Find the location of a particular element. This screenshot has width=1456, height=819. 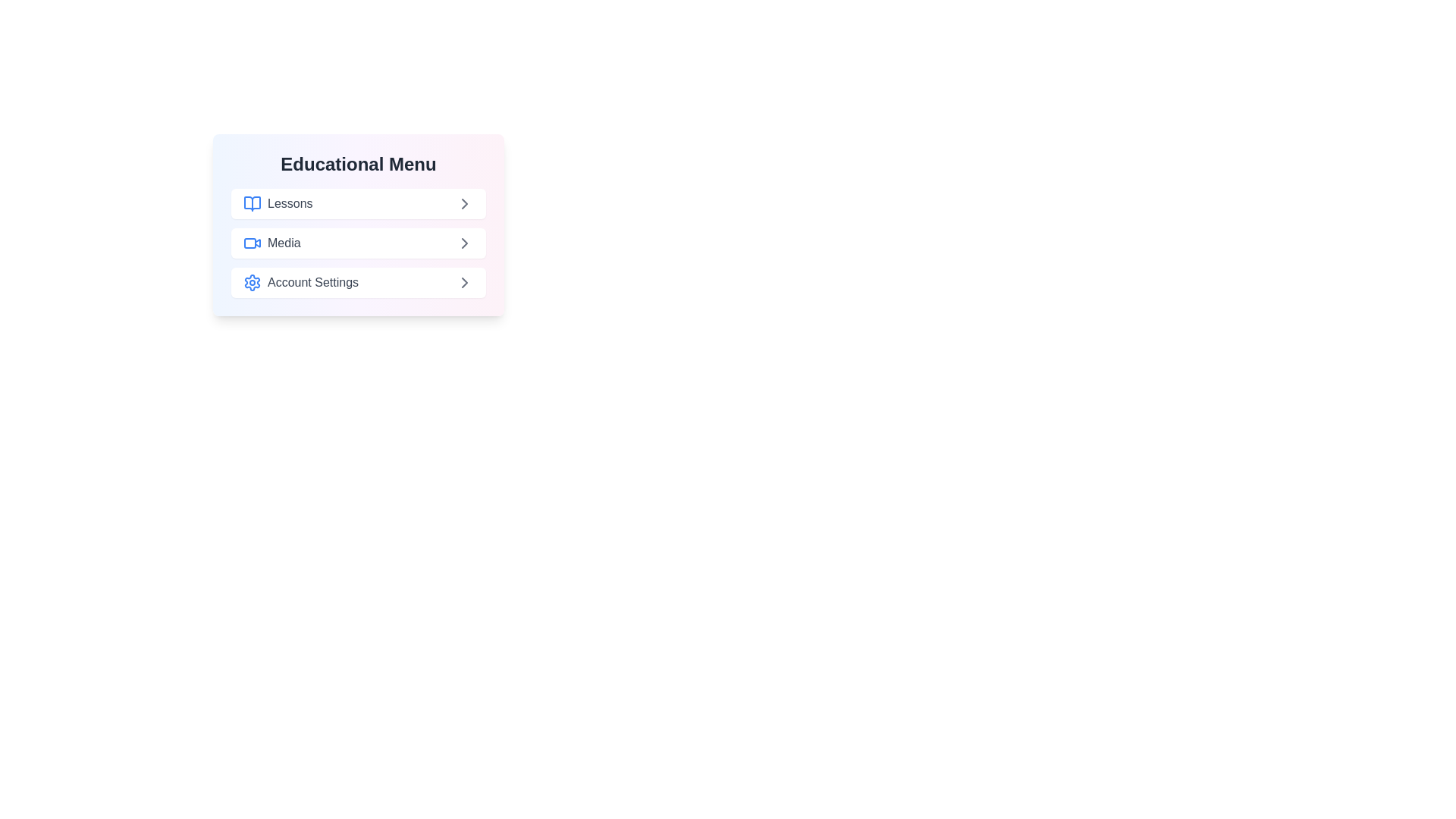

the 'Media' icon in the 'Educational Menu' which is positioned between 'Lessons' and 'Account Settings' is located at coordinates (252, 242).